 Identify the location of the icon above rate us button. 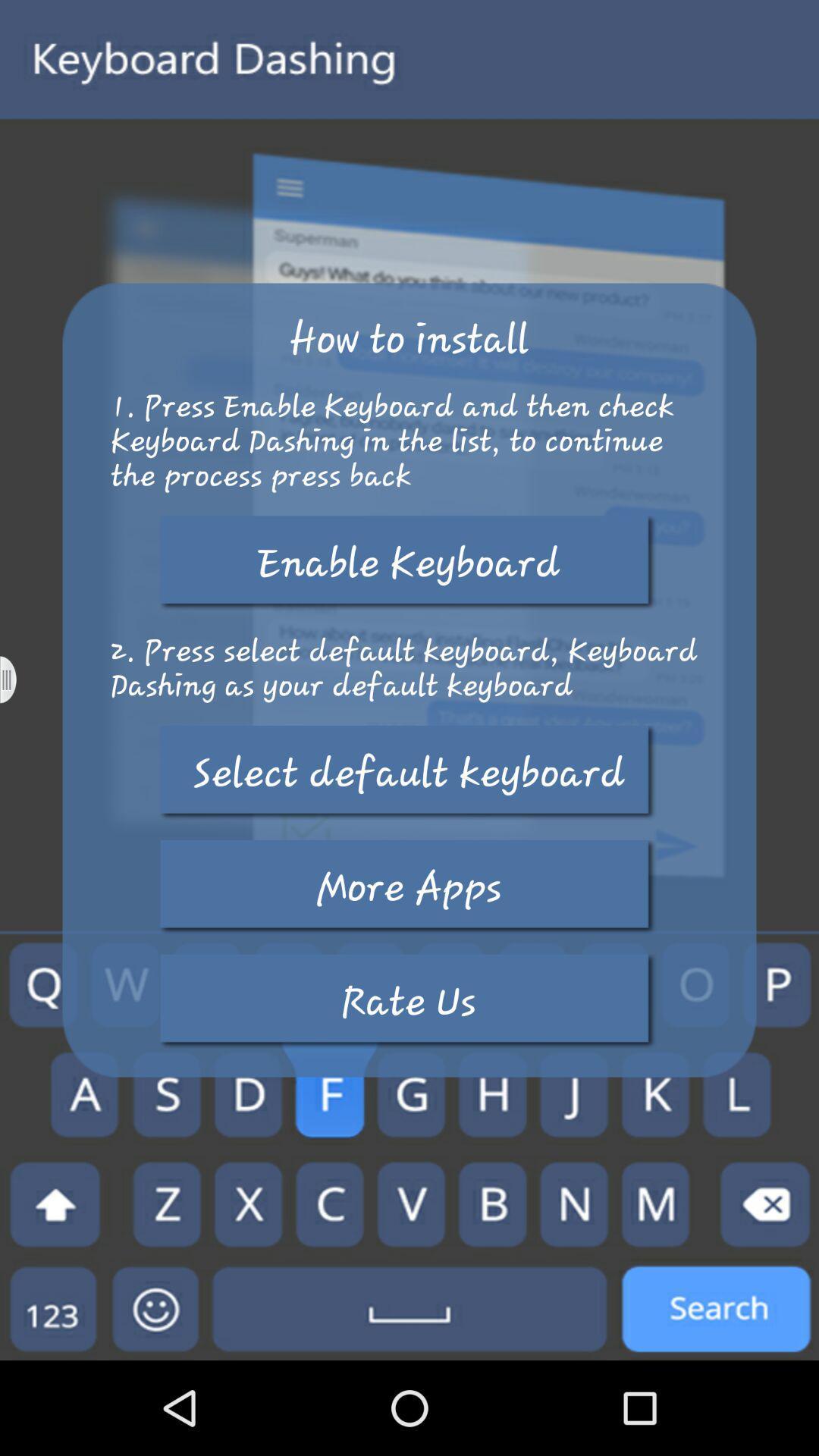
(408, 887).